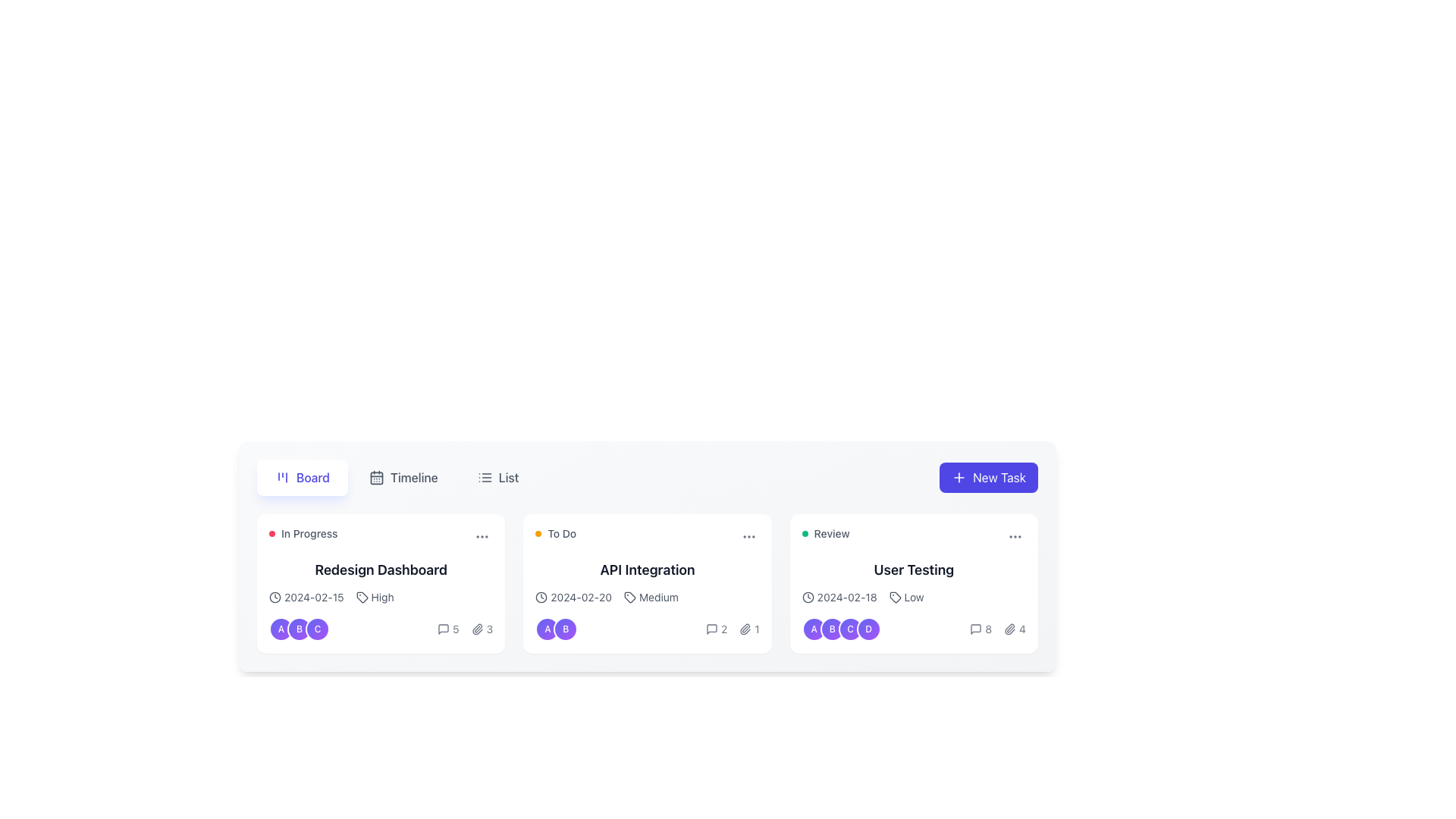 This screenshot has height=819, width=1456. I want to click on the date text under the task title 'API Integration', so click(573, 596).